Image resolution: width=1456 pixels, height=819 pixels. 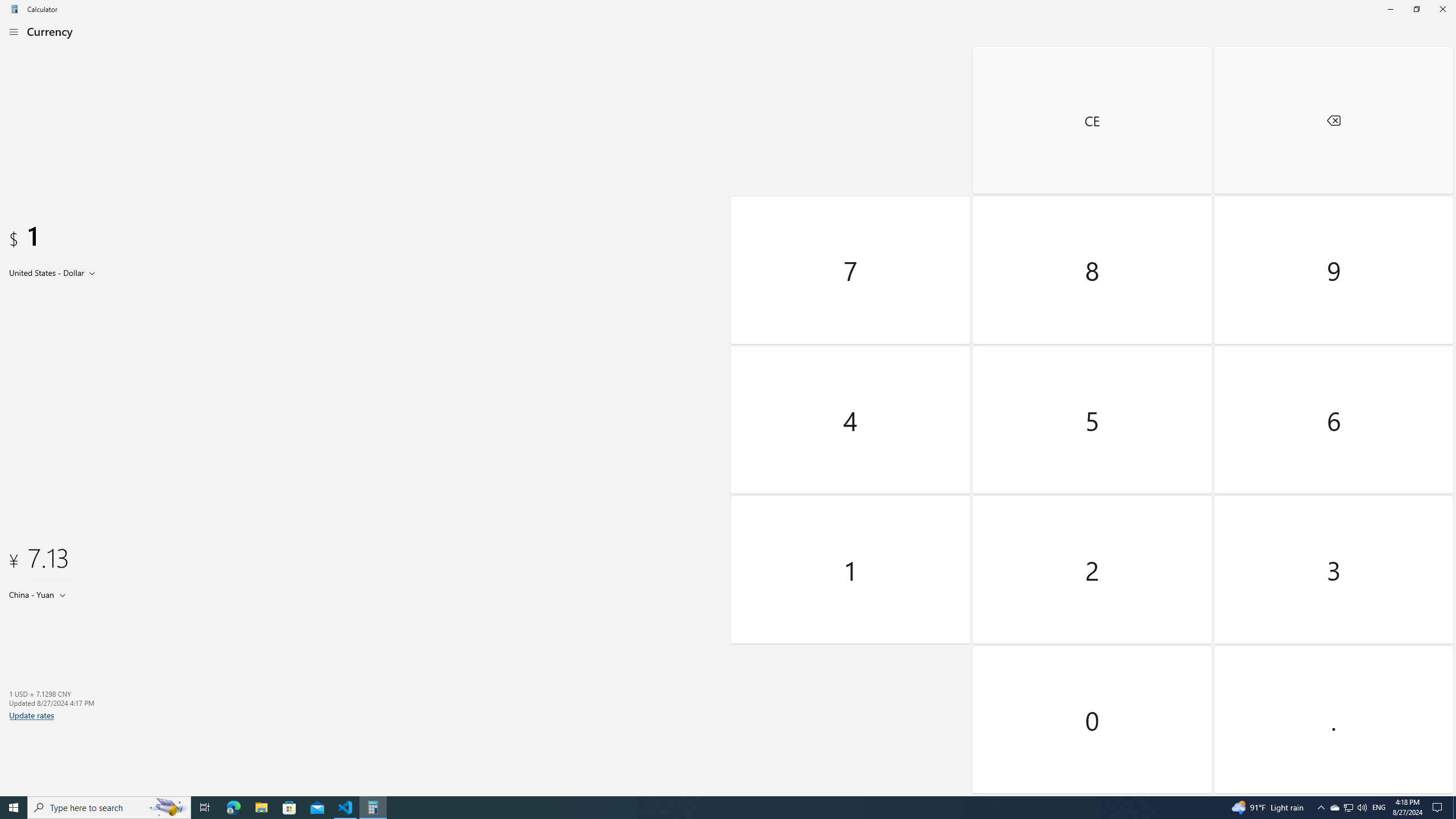 I want to click on 'Six', so click(x=1333, y=419).